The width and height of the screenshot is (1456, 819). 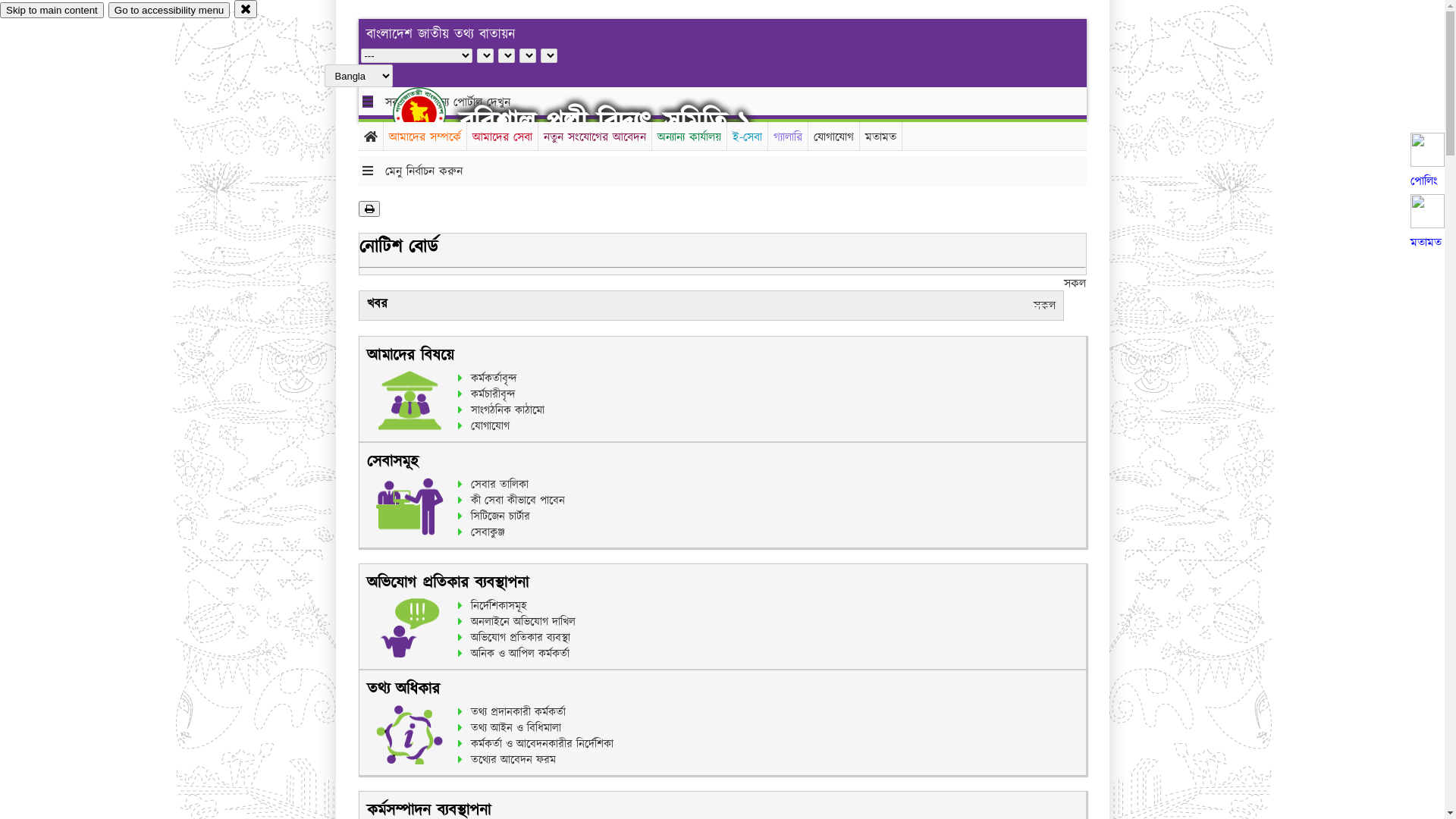 What do you see at coordinates (246, 8) in the screenshot?
I see `'close'` at bounding box center [246, 8].